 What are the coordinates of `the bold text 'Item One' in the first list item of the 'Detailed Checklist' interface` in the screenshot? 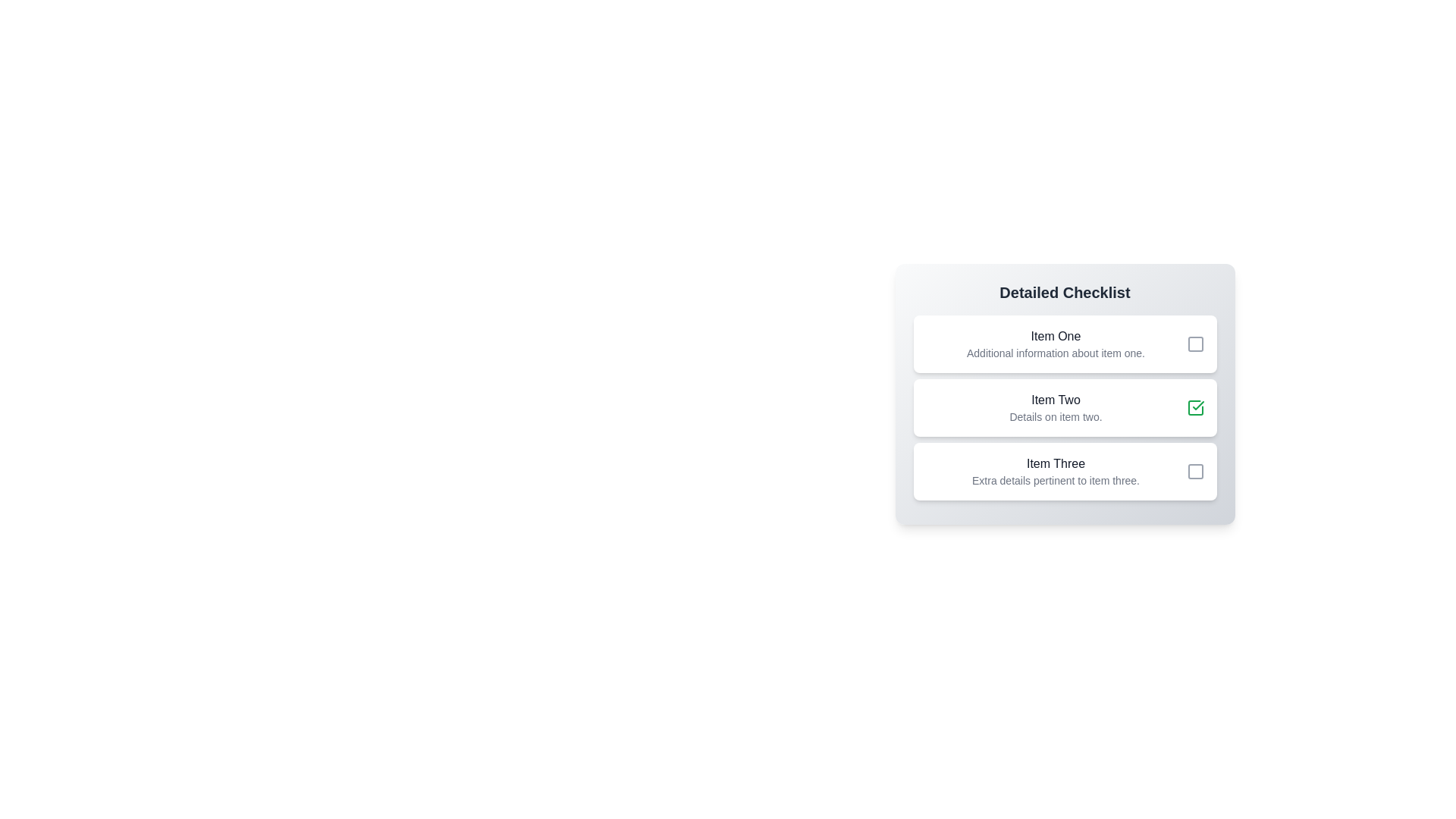 It's located at (1055, 335).